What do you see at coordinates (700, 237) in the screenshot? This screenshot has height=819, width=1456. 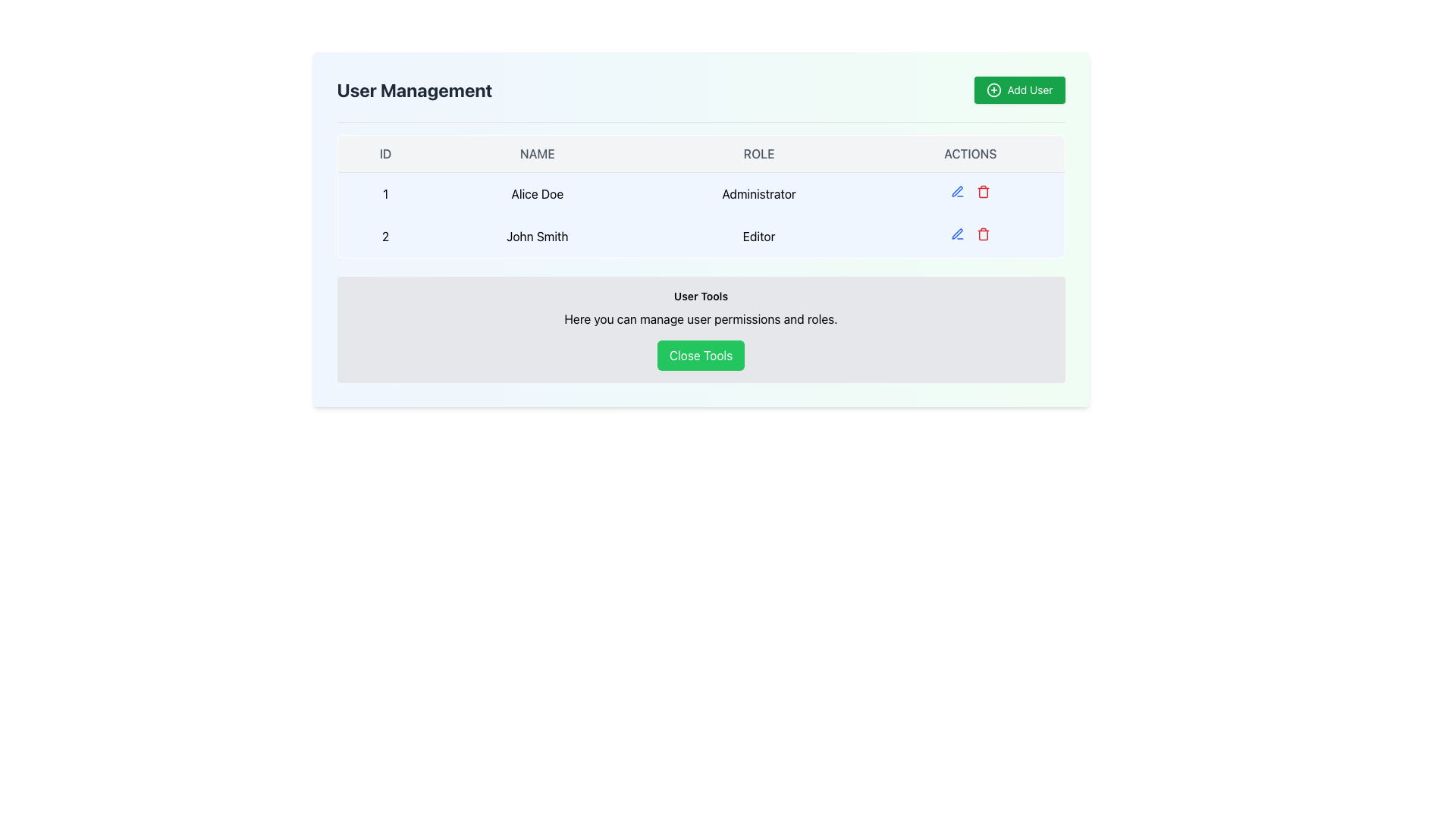 I see `the second row in the user details table, located directly below the row containing 'Alice Doe' and 'Administrator'` at bounding box center [700, 237].